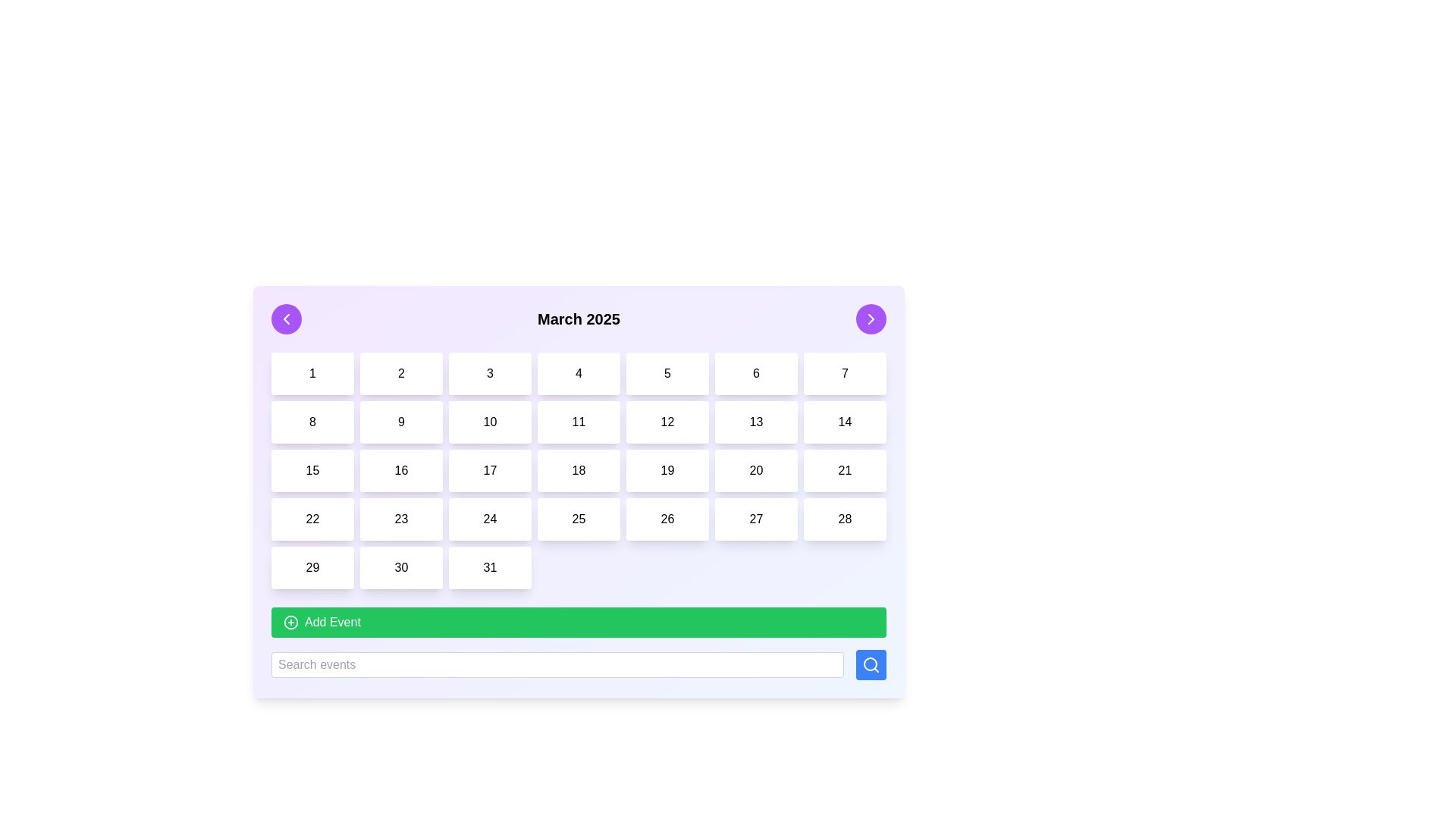 This screenshot has height=819, width=1456. What do you see at coordinates (578, 470) in the screenshot?
I see `specific days within the Grid (Calendar Days Display) located below the title 'March 2025'` at bounding box center [578, 470].